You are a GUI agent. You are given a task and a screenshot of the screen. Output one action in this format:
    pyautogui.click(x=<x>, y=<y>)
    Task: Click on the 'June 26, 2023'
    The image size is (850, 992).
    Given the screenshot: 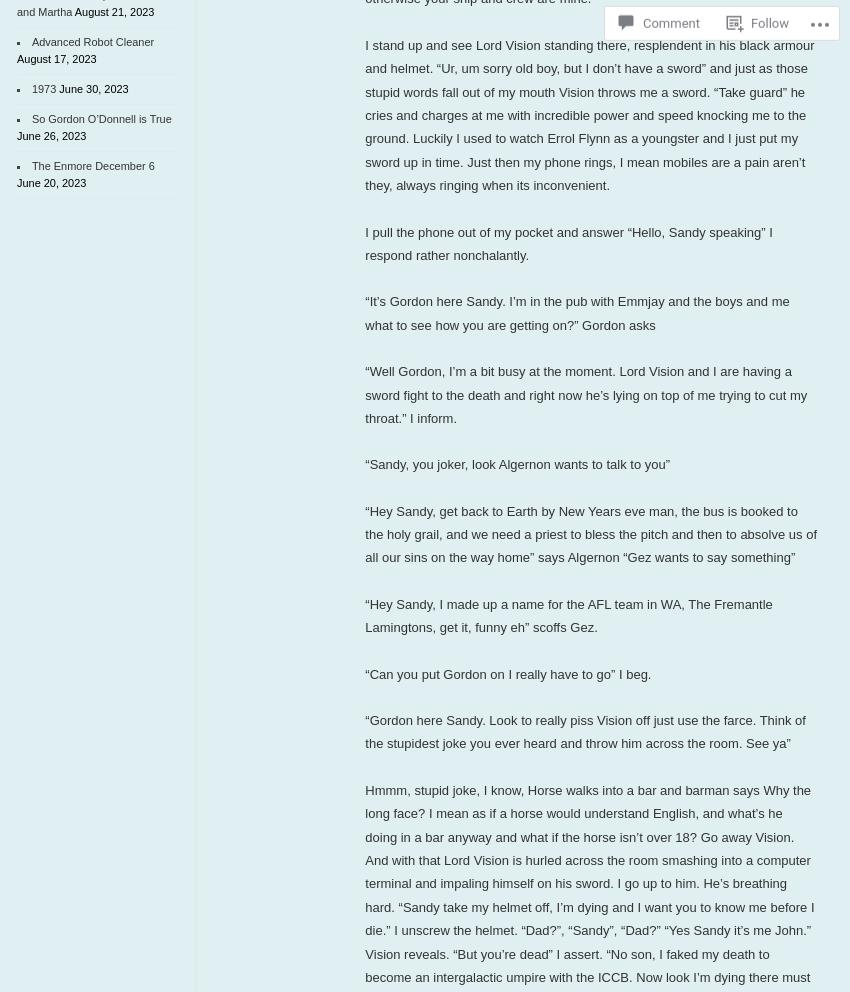 What is the action you would take?
    pyautogui.click(x=16, y=135)
    